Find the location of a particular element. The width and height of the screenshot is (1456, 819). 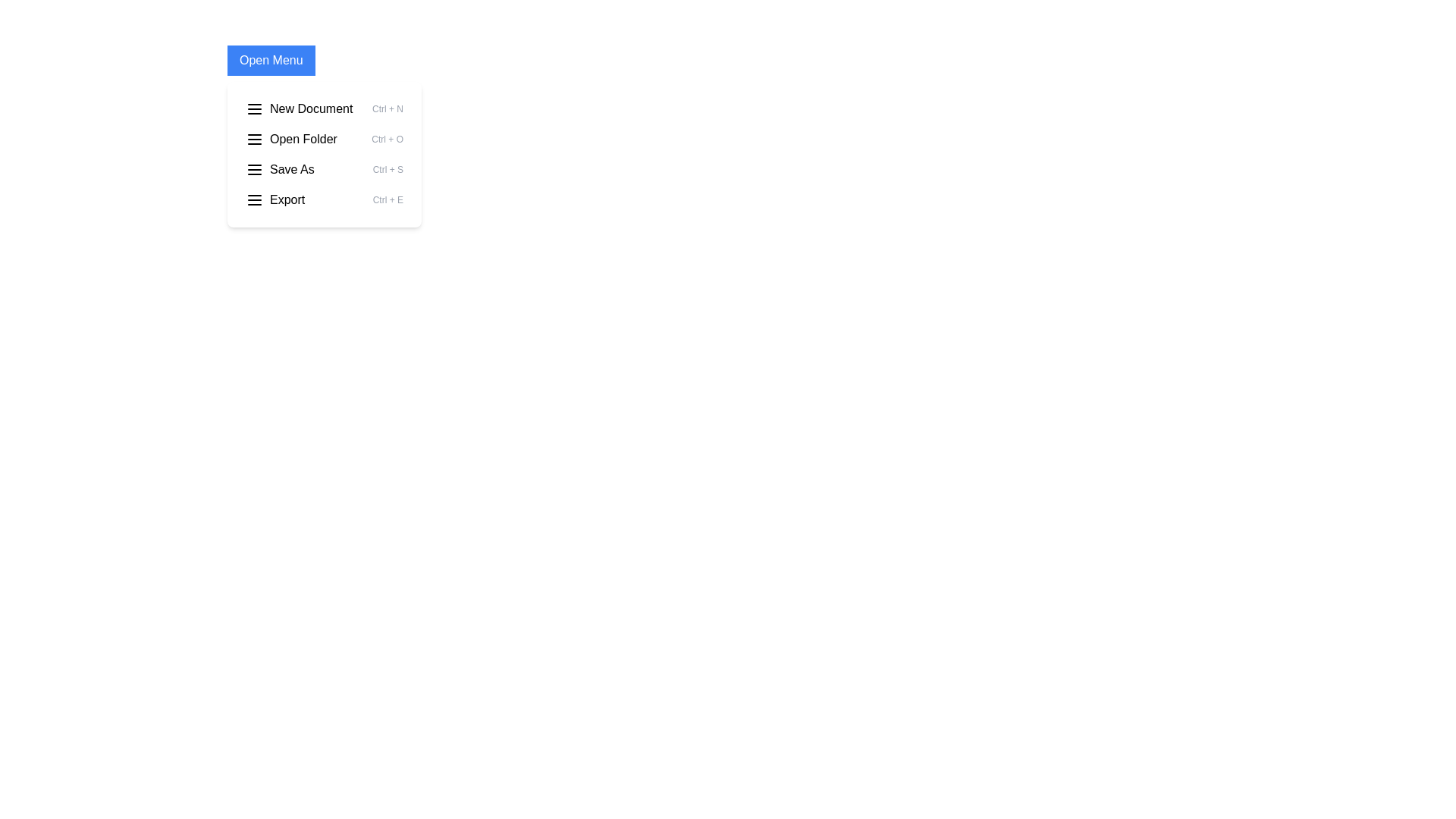

the 'Open Folder' text label in the vertical menu, which is the second item below 'New Document' and above 'Save As' is located at coordinates (303, 140).